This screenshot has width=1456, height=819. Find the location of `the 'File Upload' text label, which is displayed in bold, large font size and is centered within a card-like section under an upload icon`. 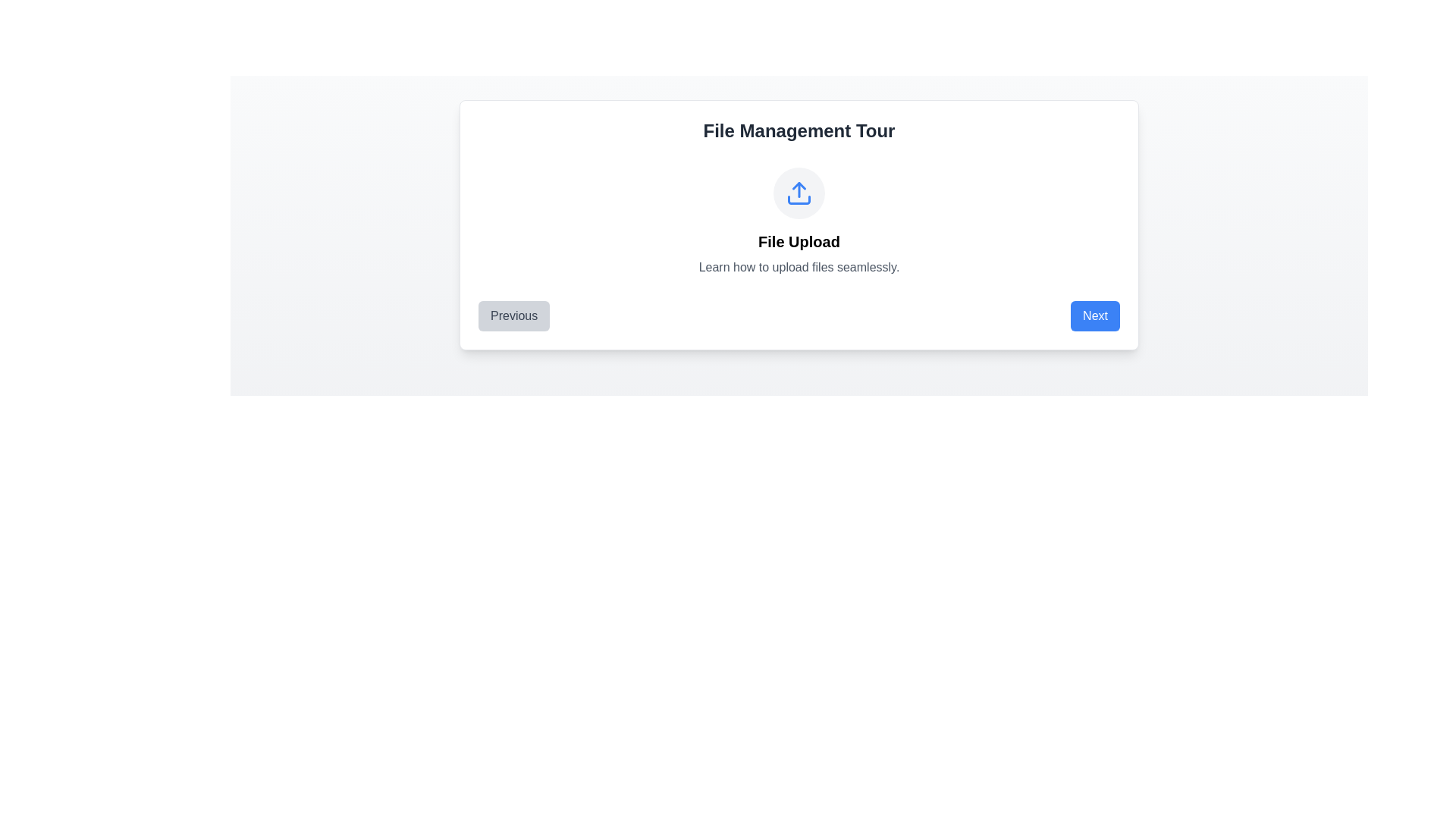

the 'File Upload' text label, which is displayed in bold, large font size and is centered within a card-like section under an upload icon is located at coordinates (799, 241).